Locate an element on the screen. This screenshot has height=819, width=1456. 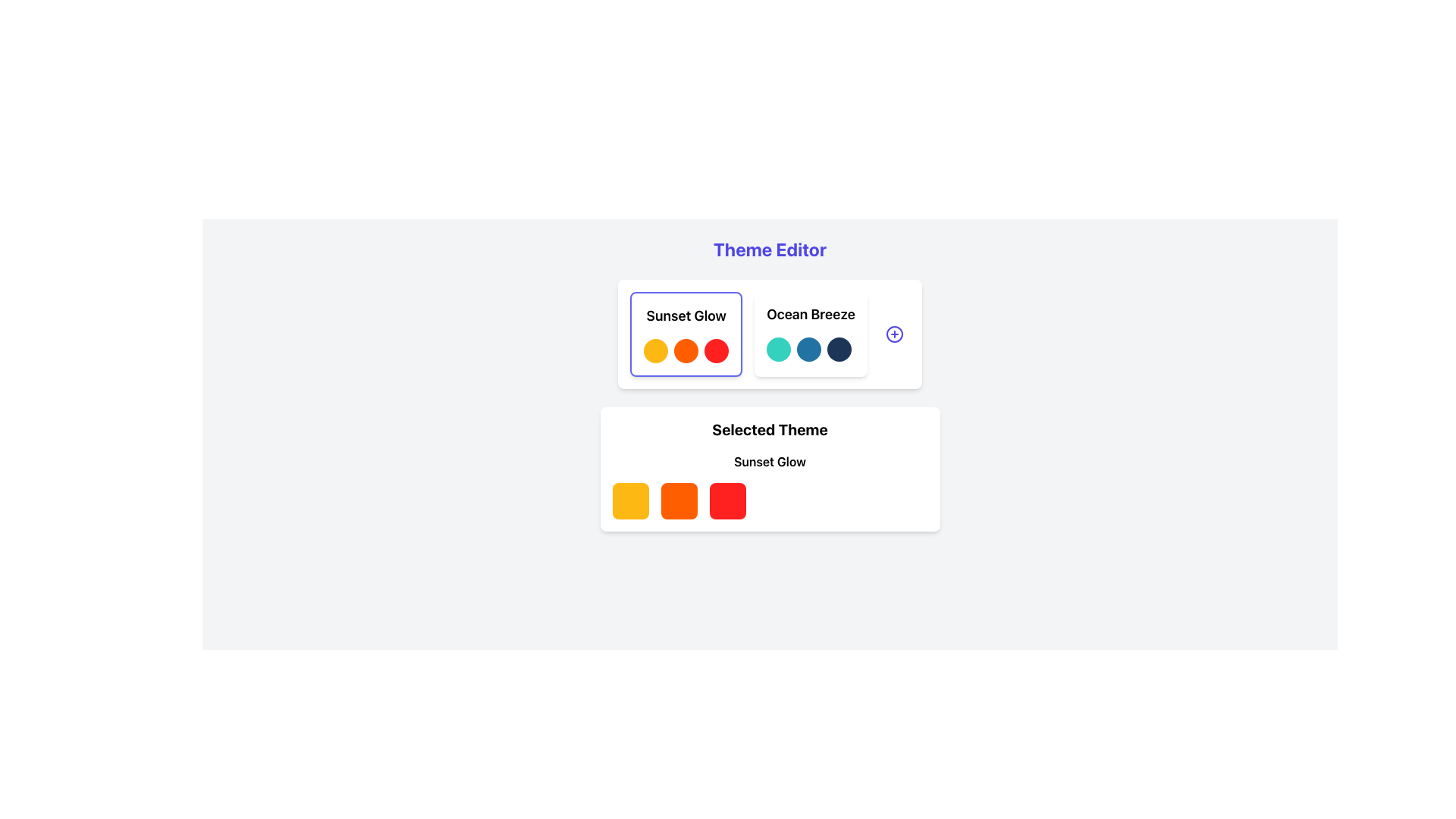
the third circular indicator in the 'Sunset Glow' theme selection group, which serves as a color indicator or theme selection option is located at coordinates (716, 350).